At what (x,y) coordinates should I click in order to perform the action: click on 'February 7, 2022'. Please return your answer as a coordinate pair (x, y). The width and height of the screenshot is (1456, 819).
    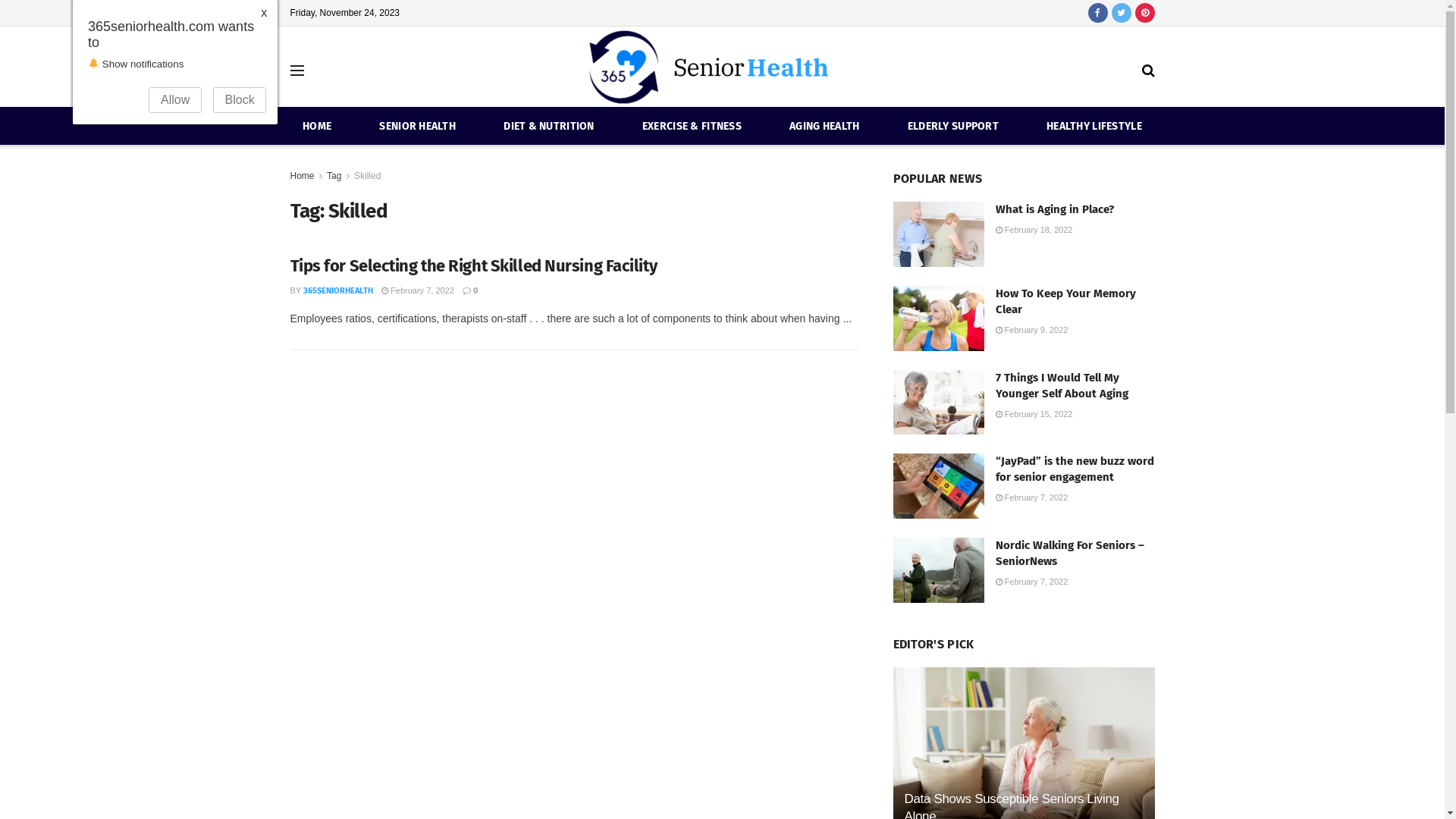
    Looking at the image, I should click on (994, 581).